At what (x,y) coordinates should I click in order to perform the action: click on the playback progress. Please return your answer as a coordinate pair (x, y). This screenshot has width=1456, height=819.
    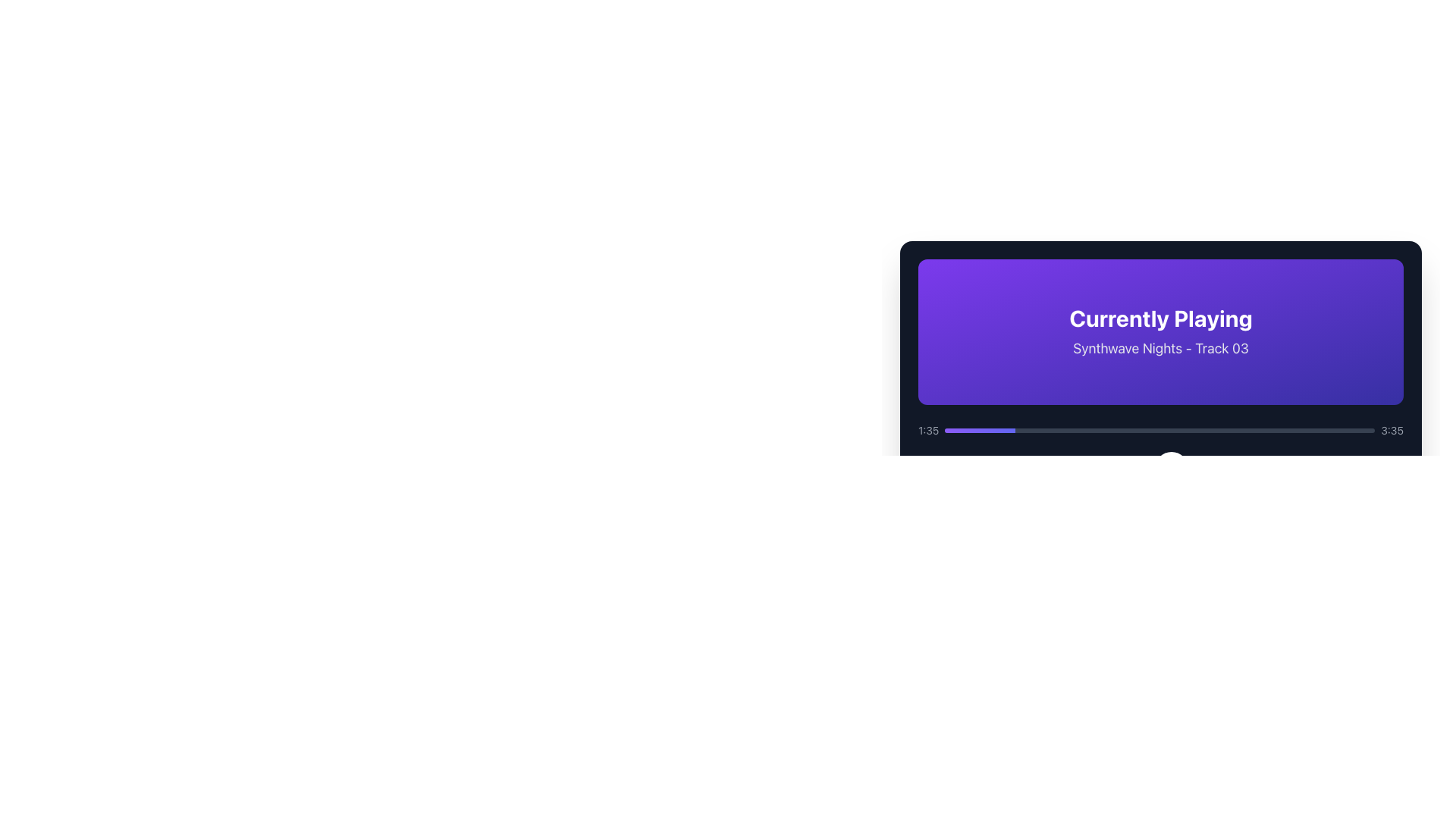
    Looking at the image, I should click on (1320, 430).